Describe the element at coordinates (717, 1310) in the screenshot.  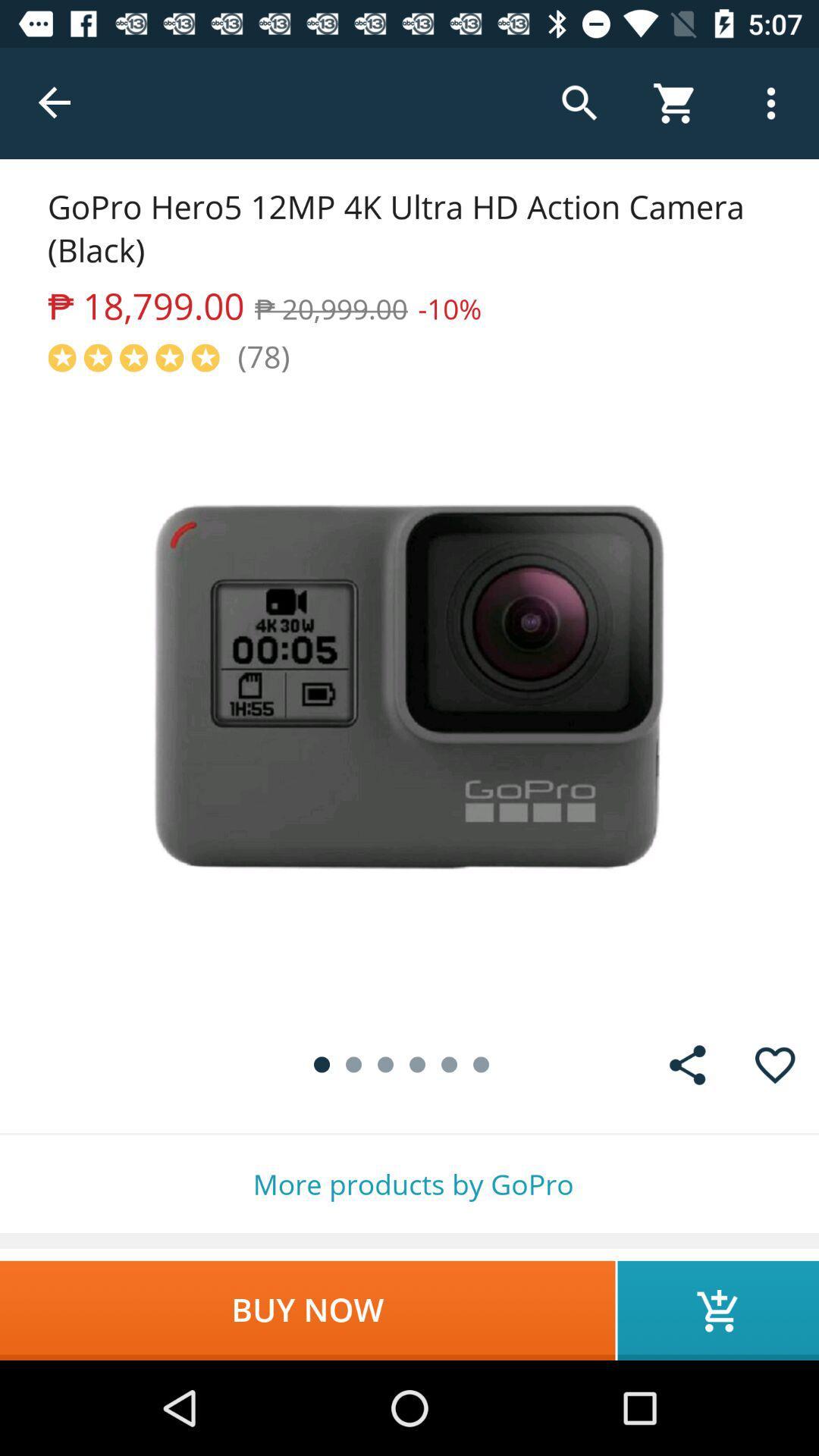
I see `the icon below the more products by icon` at that location.